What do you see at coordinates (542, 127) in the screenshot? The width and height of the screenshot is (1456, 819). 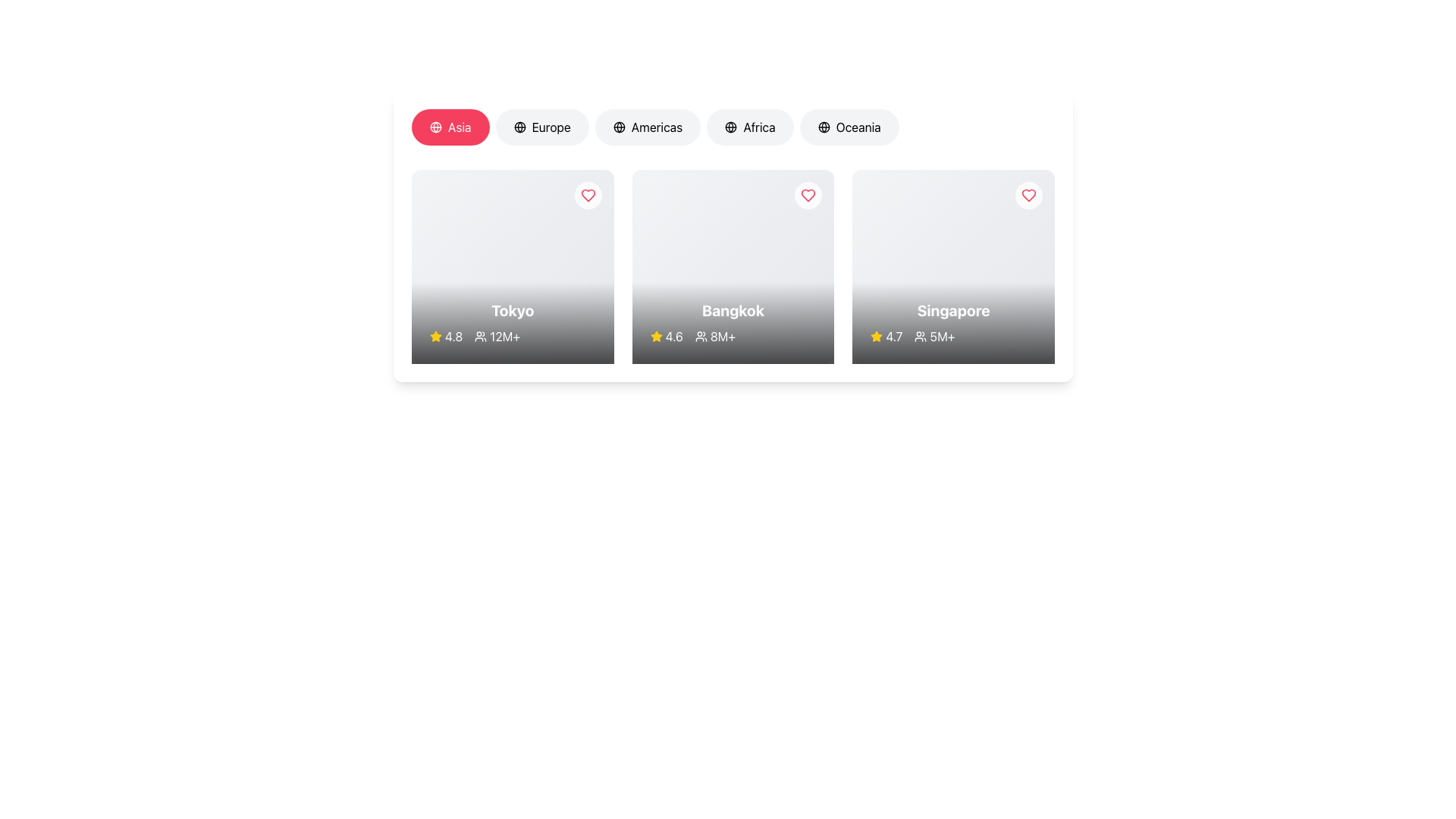 I see `the rounded rectangular button with a white background and gray border labeled 'Europe'` at bounding box center [542, 127].